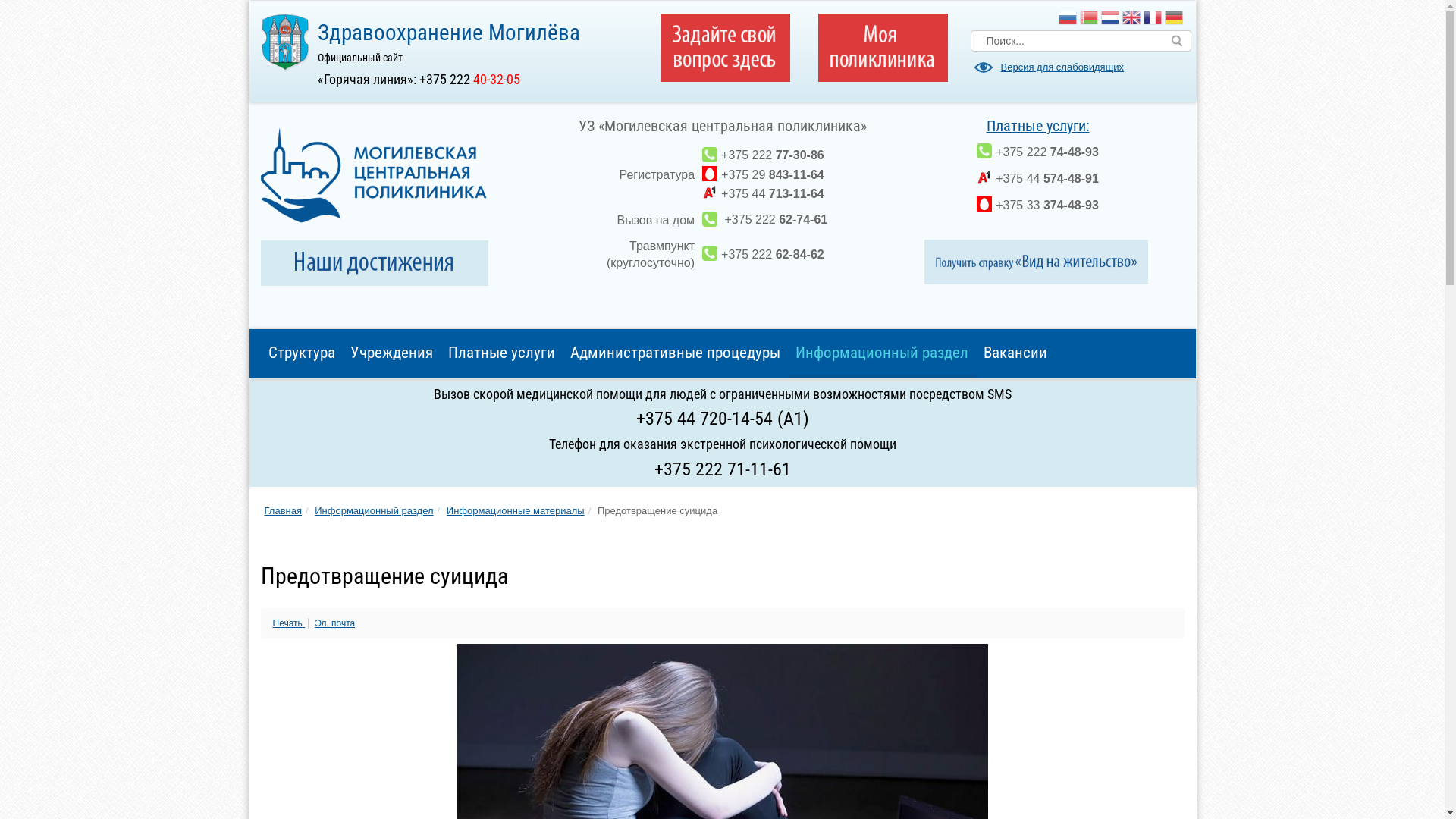 The width and height of the screenshot is (1456, 819). I want to click on 'Russian', so click(1066, 17).